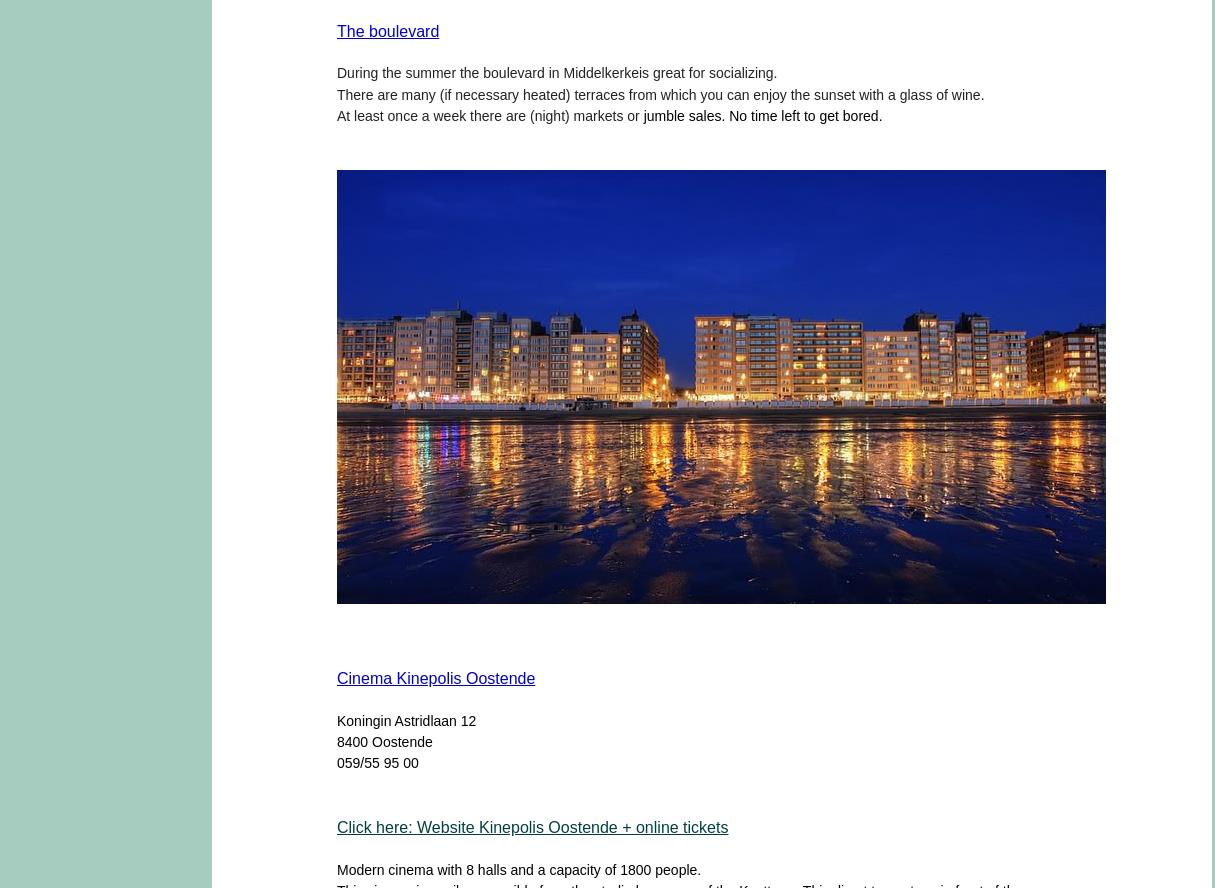 The height and width of the screenshot is (888, 1215). What do you see at coordinates (376, 761) in the screenshot?
I see `'059/55 95 00'` at bounding box center [376, 761].